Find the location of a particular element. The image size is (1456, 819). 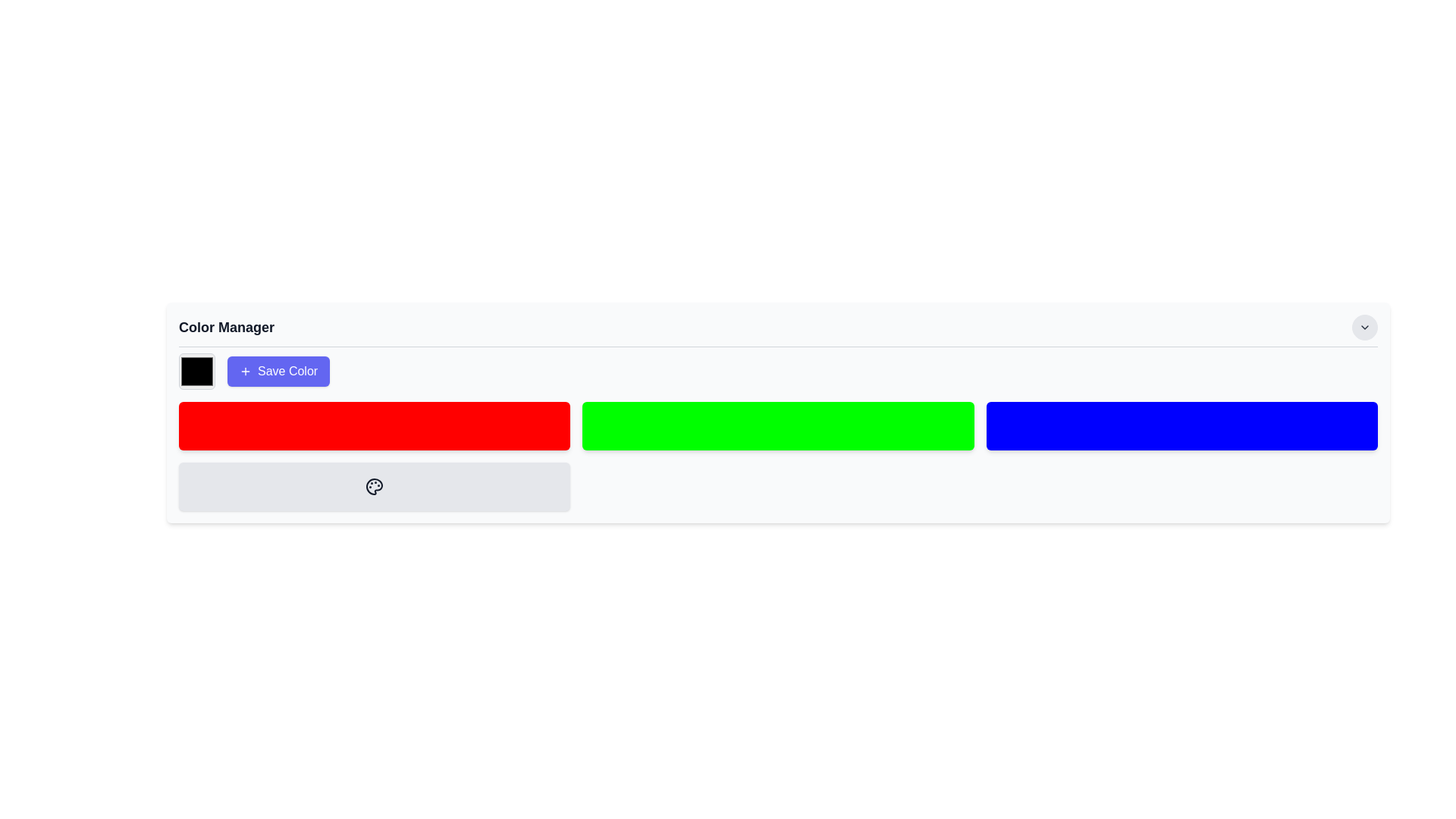

the third non-interactive rectangular block in a row of three, which is visually represented in the right portion of the grid layout is located at coordinates (1181, 426).